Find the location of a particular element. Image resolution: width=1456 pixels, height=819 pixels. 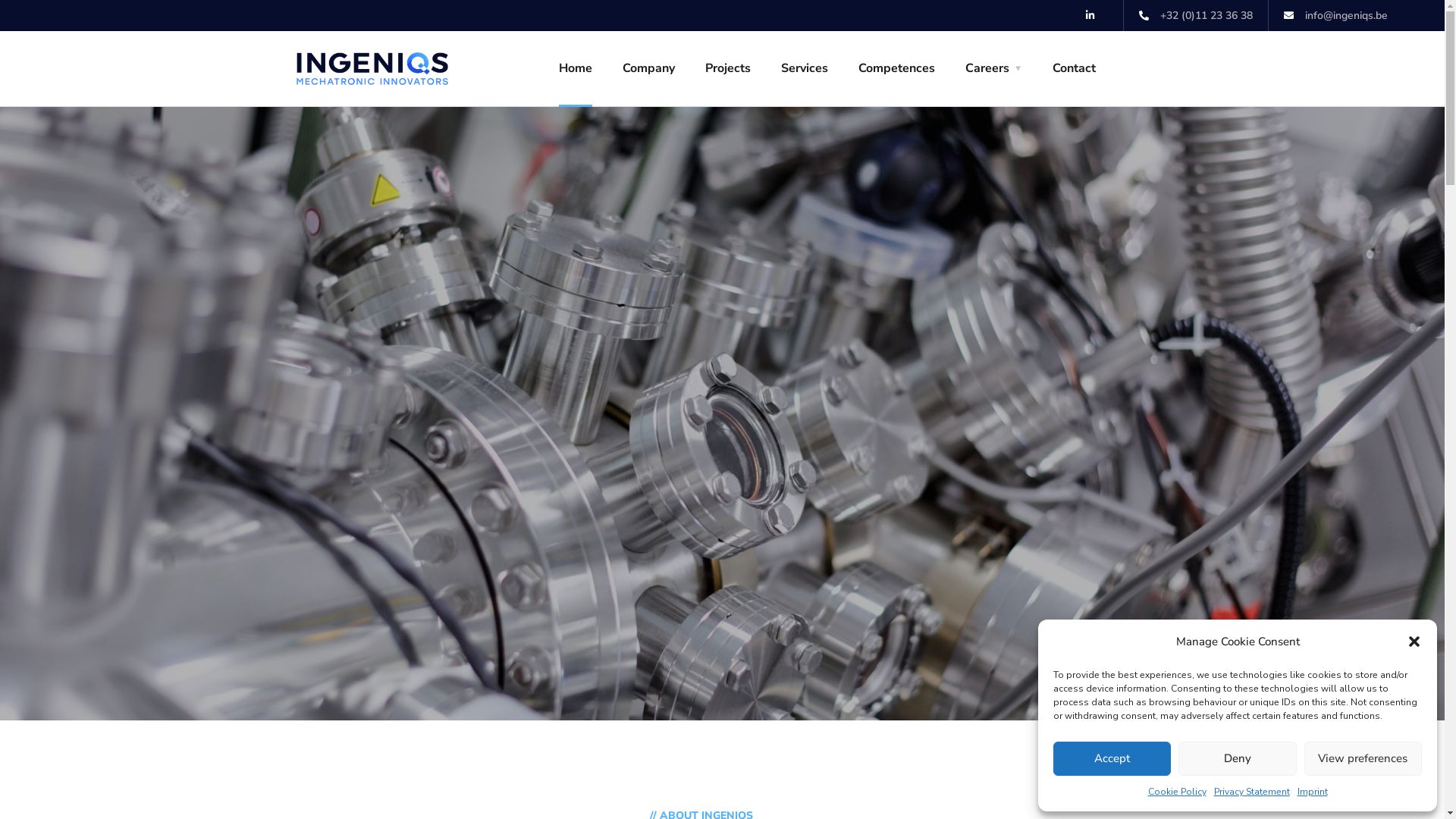

'Home' is located at coordinates (557, 68).